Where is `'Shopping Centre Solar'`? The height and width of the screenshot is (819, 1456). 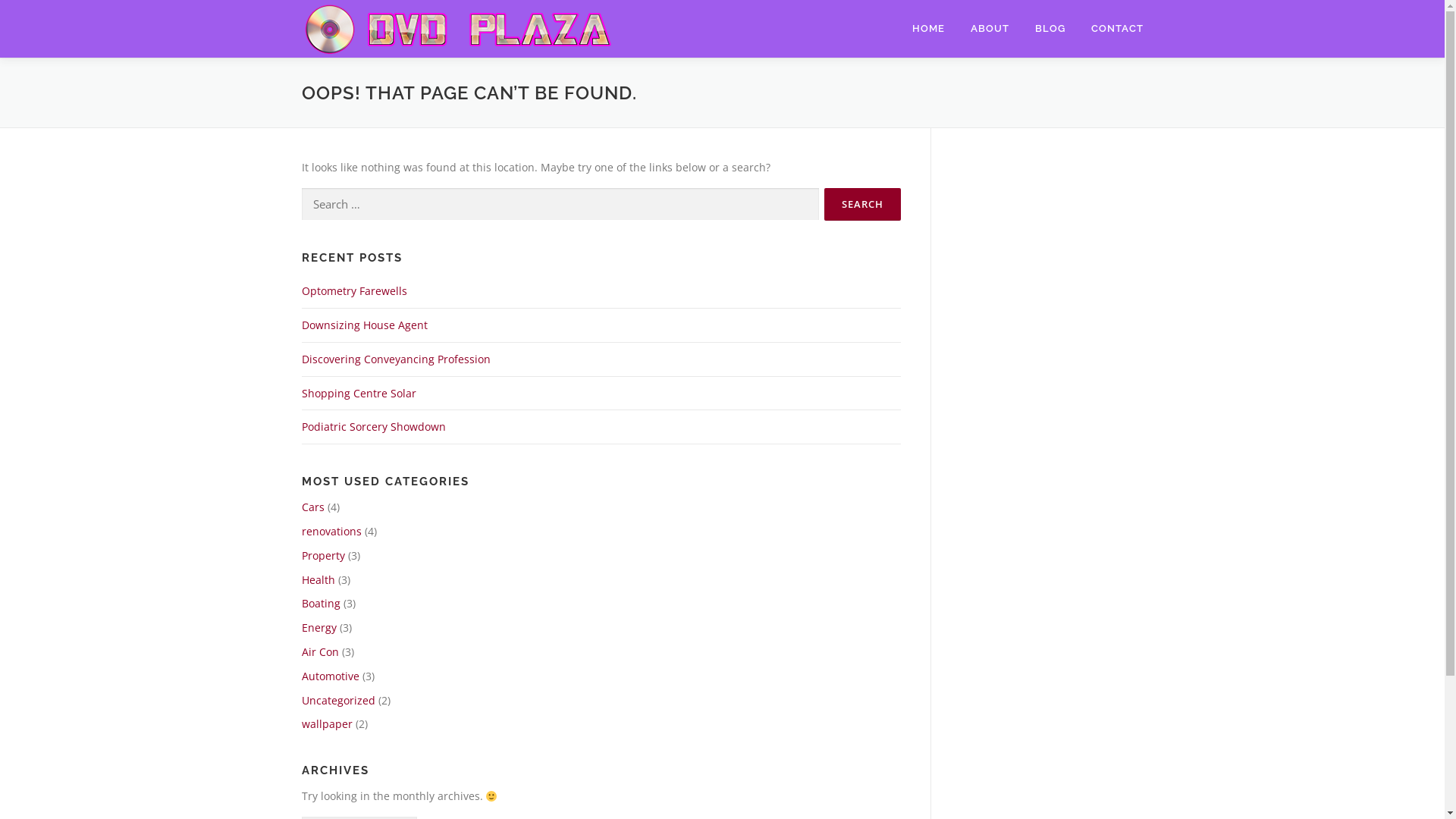
'Shopping Centre Solar' is located at coordinates (302, 392).